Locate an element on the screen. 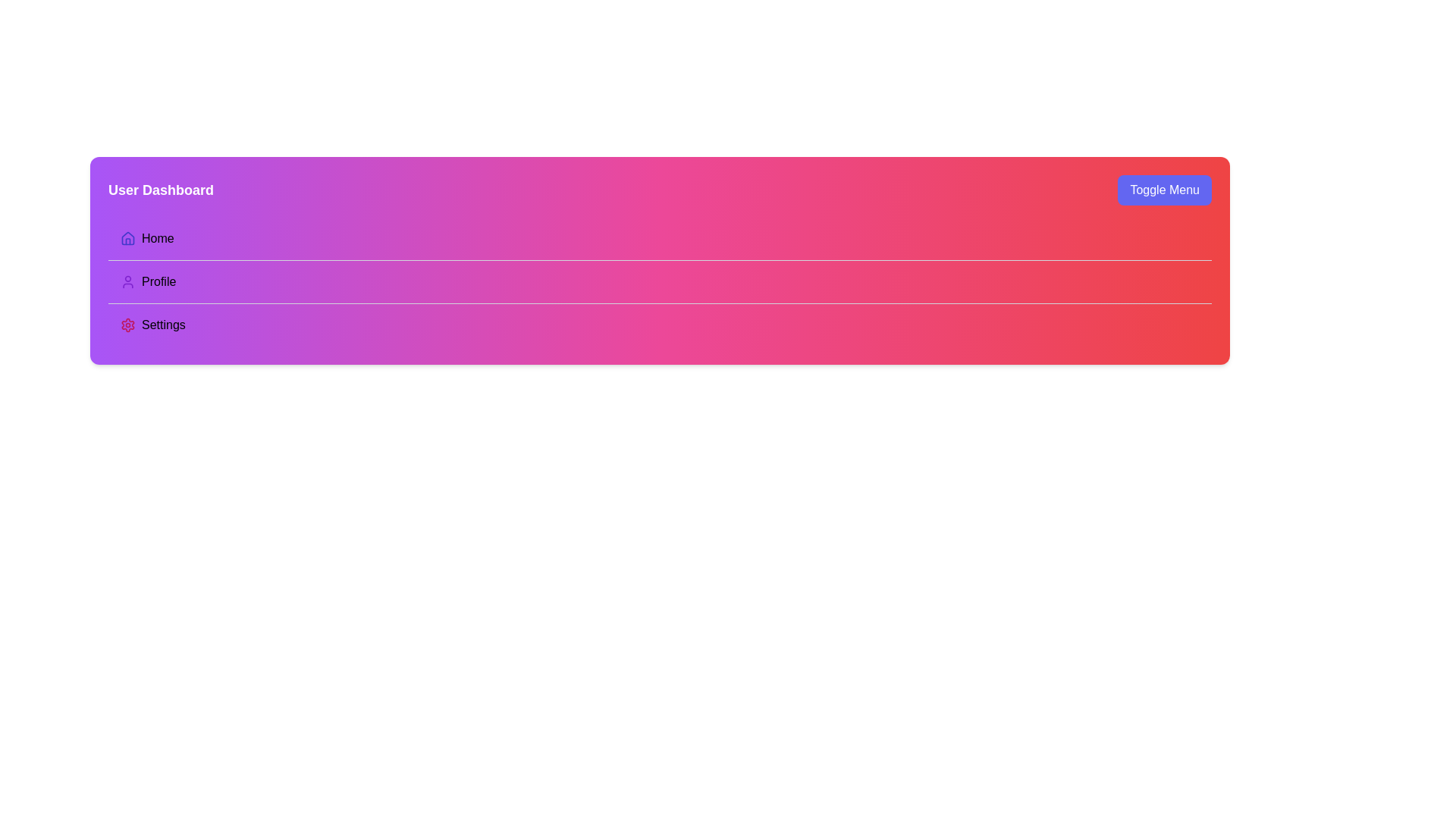 The height and width of the screenshot is (819, 1456). the house-shaped icon rendered in a minimalist style with a purple color, located next to the label 'Home' is located at coordinates (127, 239).